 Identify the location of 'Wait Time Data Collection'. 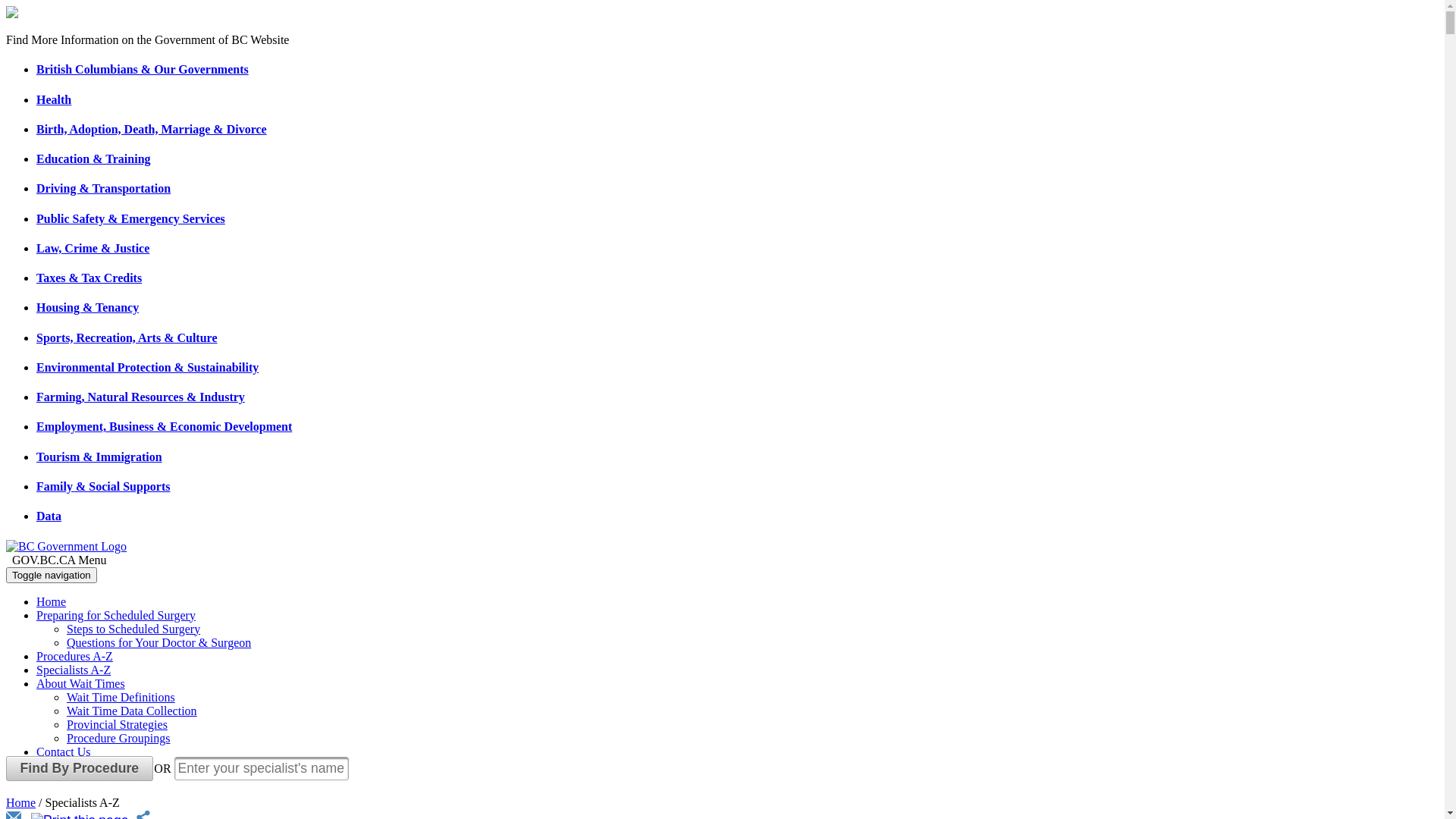
(131, 711).